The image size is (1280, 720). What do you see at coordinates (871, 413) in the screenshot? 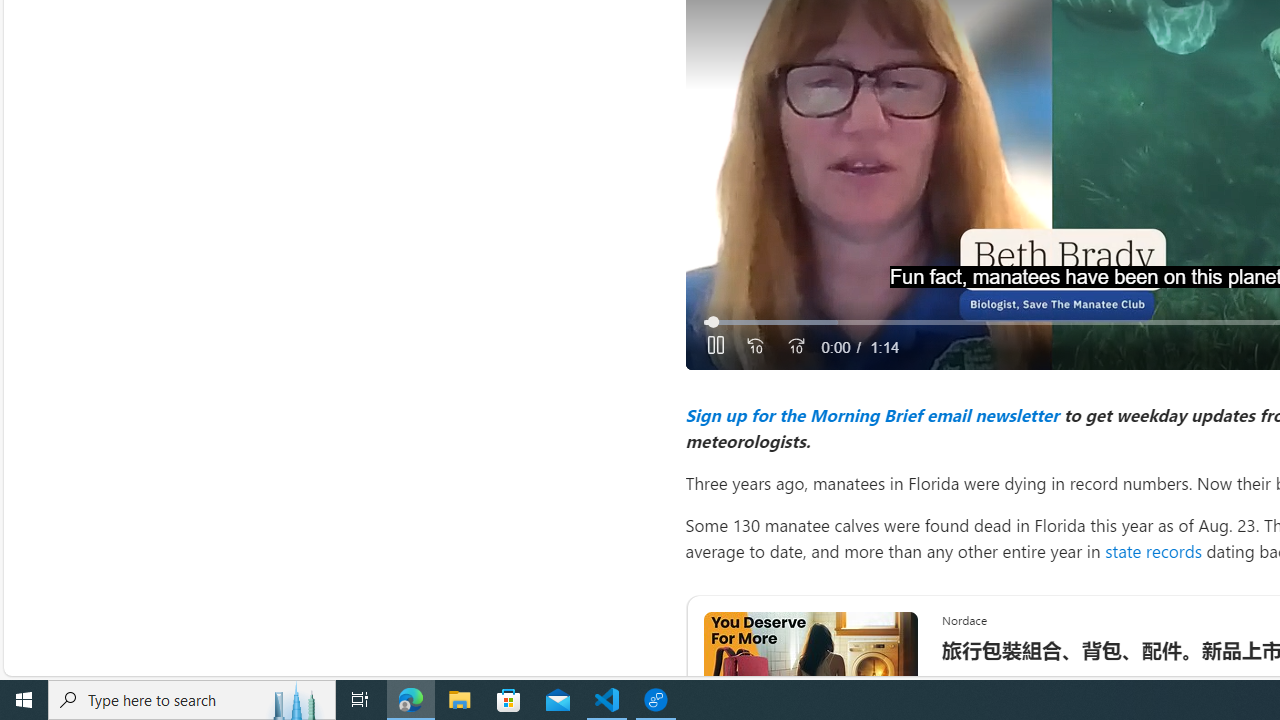
I see `'Sign up for the Morning Brief email newsletter'` at bounding box center [871, 413].